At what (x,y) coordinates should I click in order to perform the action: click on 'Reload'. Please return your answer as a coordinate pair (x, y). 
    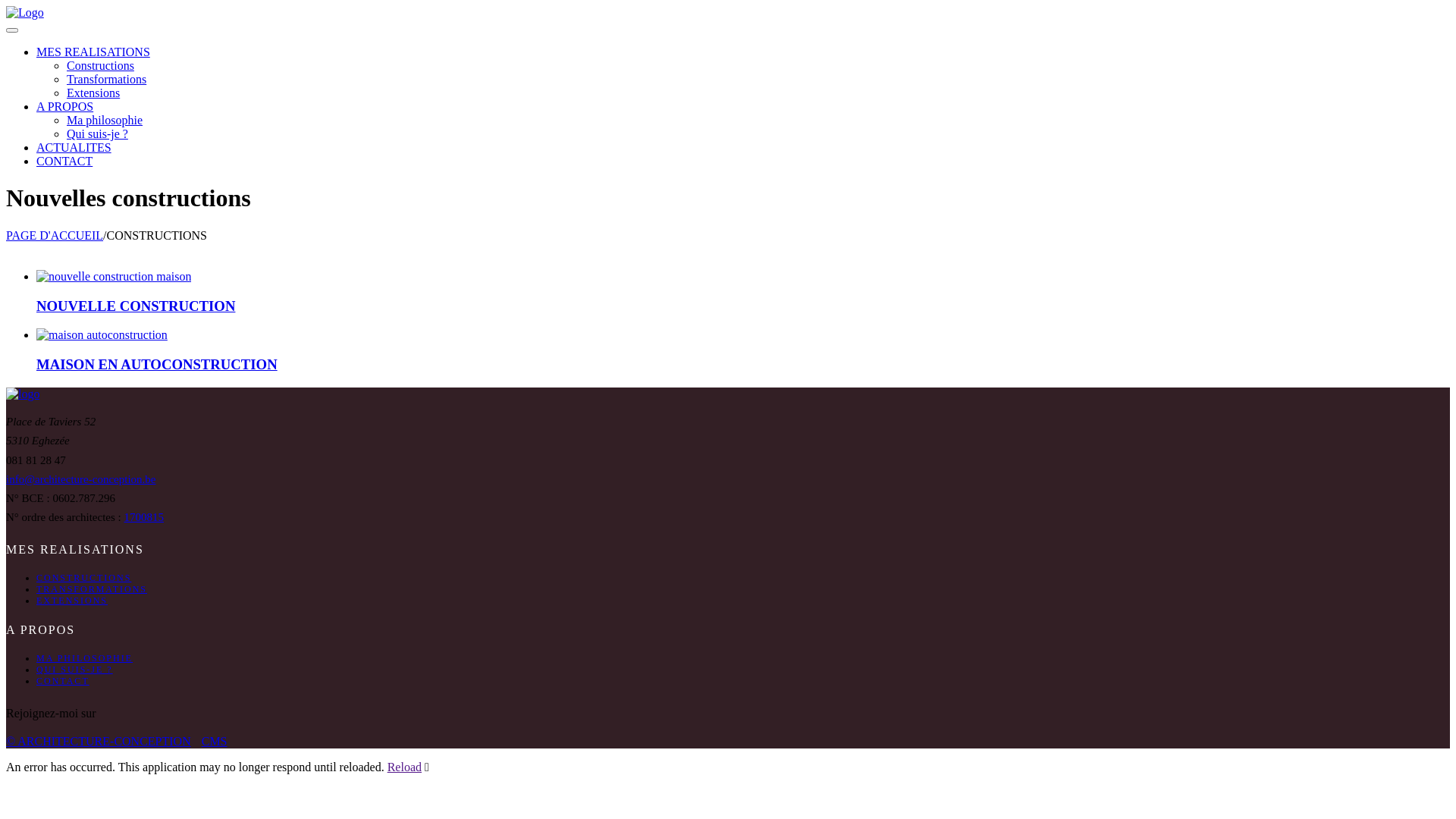
    Looking at the image, I should click on (404, 767).